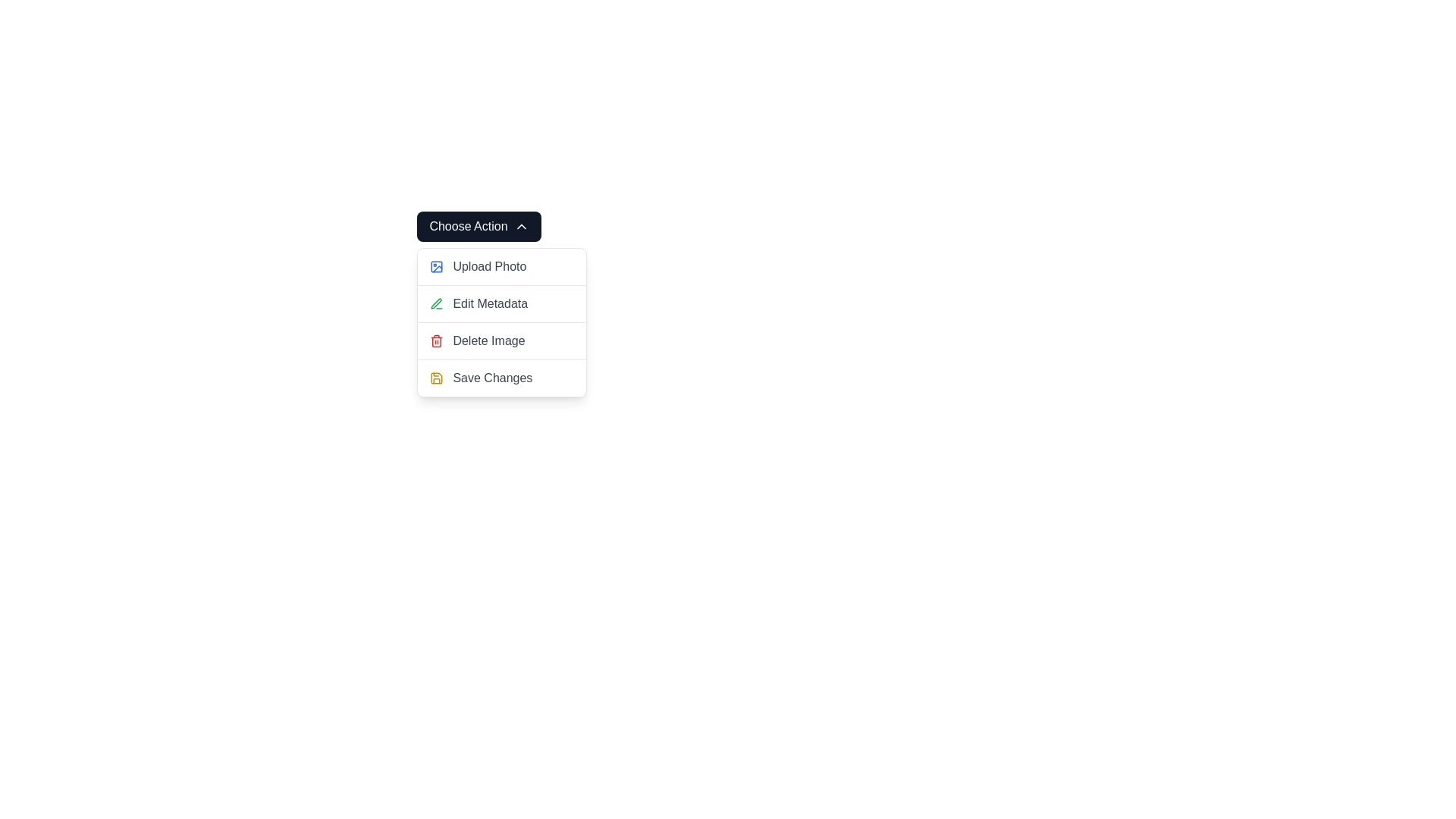 The image size is (1456, 819). What do you see at coordinates (436, 341) in the screenshot?
I see `the small red trash can icon located to the left of the 'Delete Image' text in the dropdown menu, which is the third option from the top` at bounding box center [436, 341].